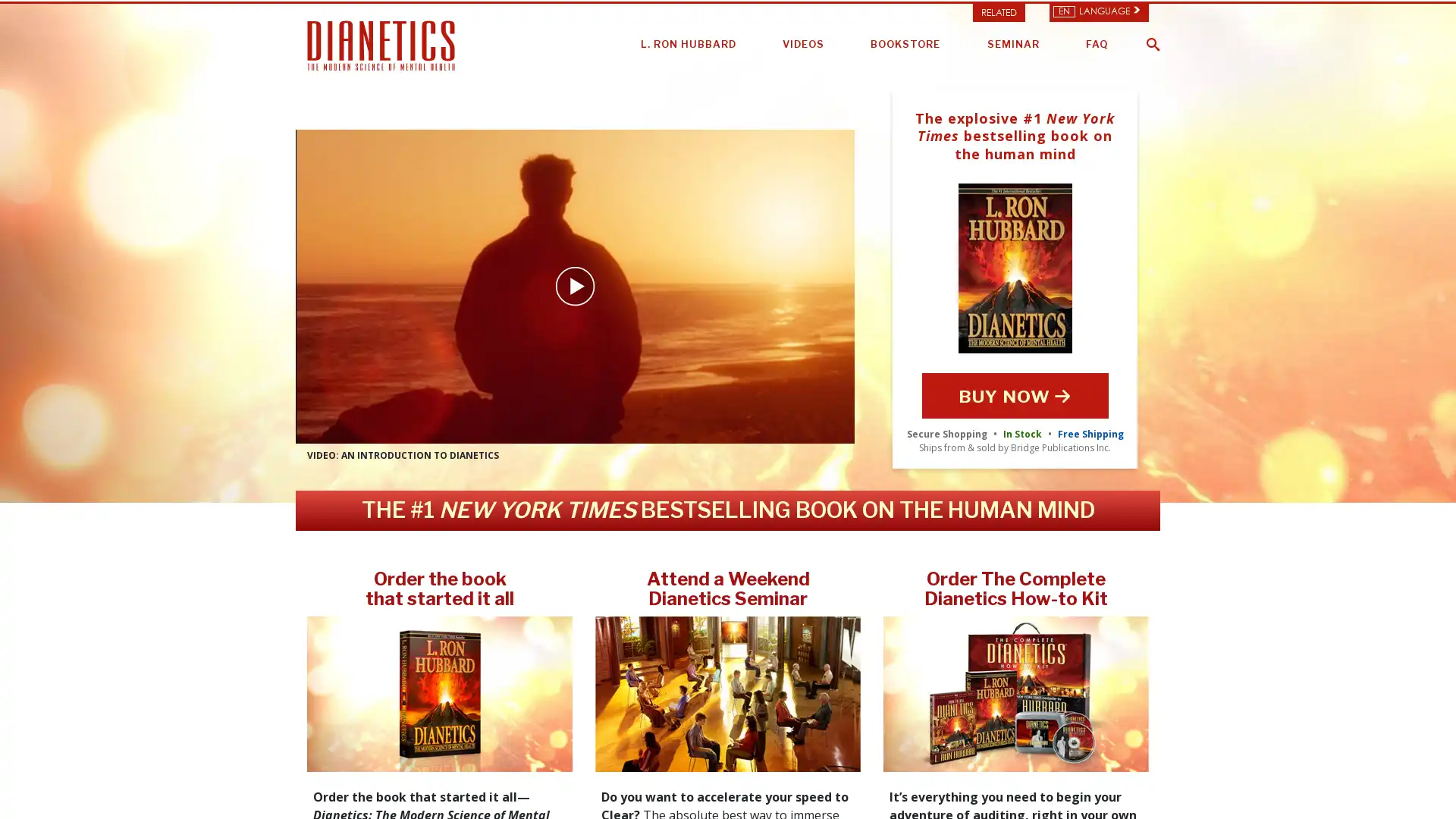 This screenshot has width=1456, height=819. I want to click on Play Video, so click(574, 287).